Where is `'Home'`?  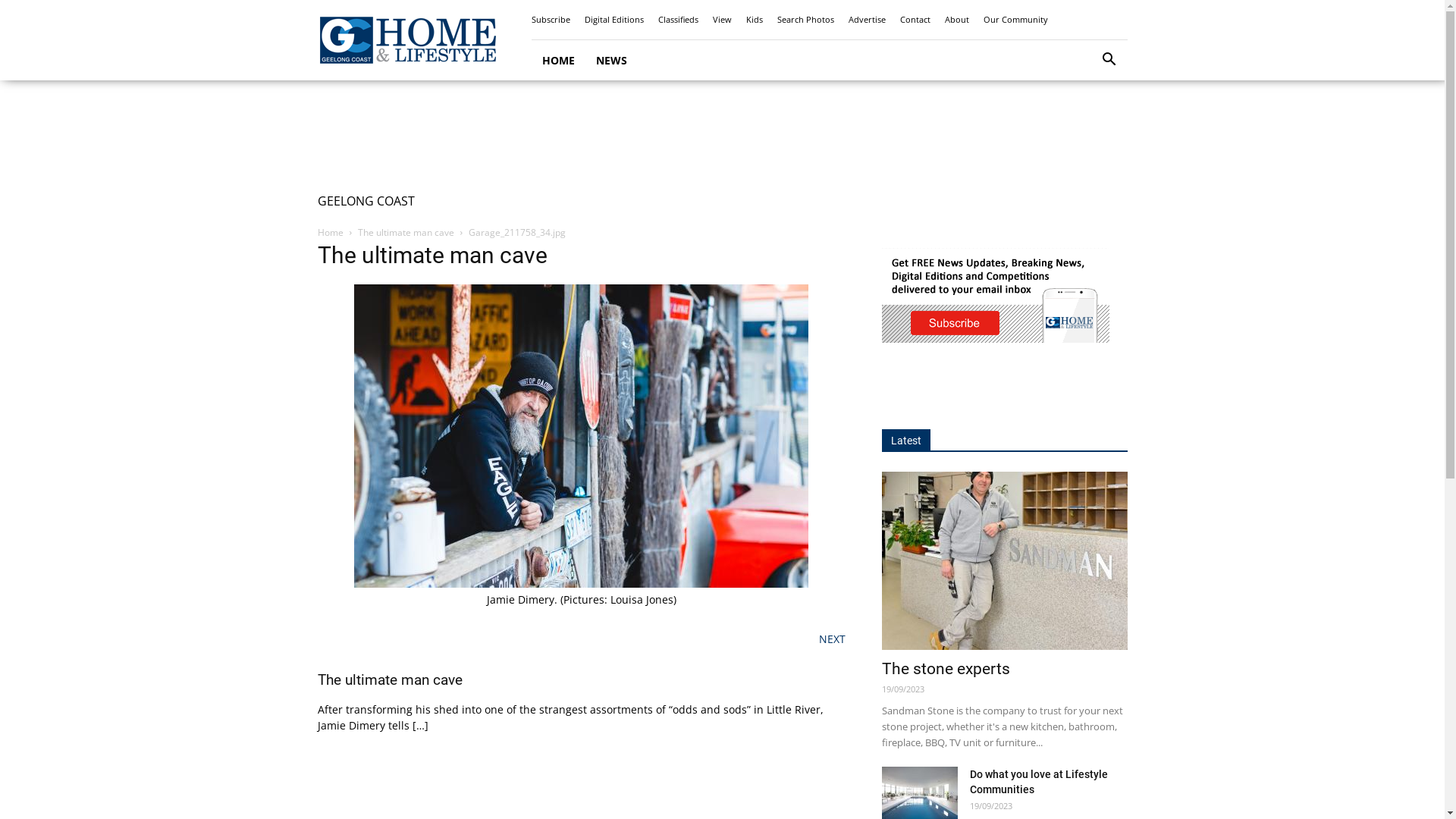
'Home' is located at coordinates (329, 232).